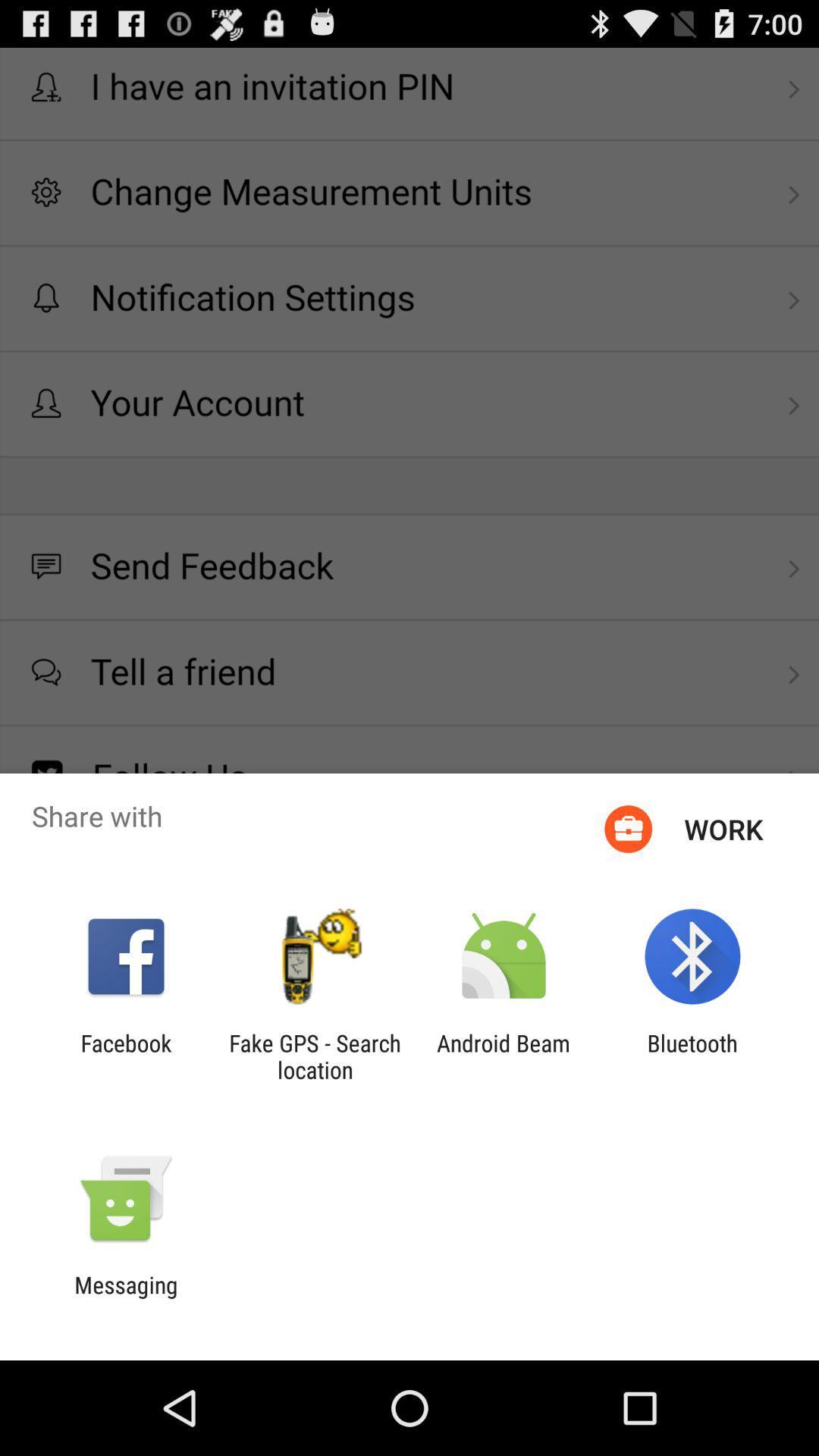 This screenshot has height=1456, width=819. I want to click on item to the right of fake gps search app, so click(504, 1056).